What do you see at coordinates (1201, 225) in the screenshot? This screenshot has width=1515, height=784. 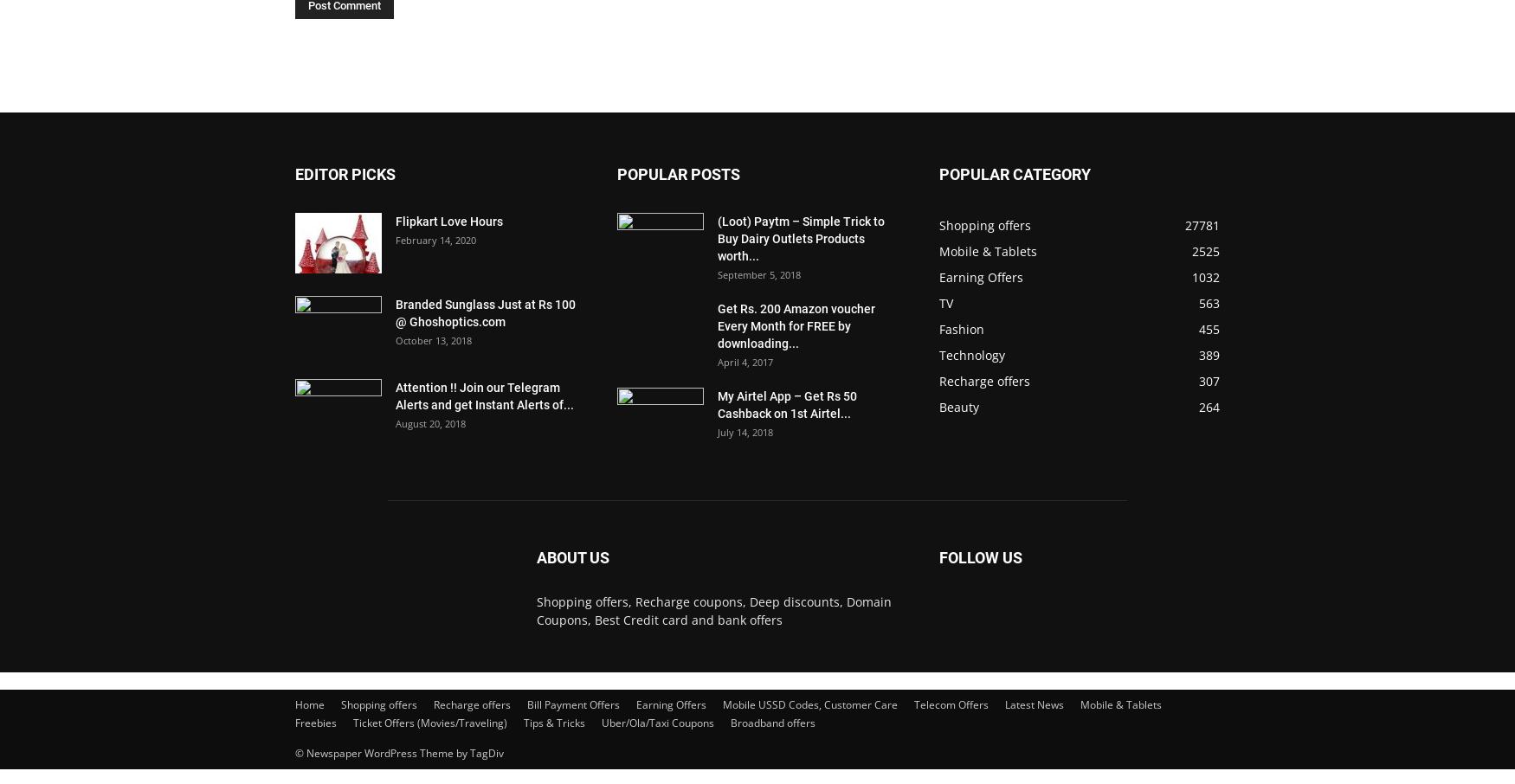 I see `'27781'` at bounding box center [1201, 225].